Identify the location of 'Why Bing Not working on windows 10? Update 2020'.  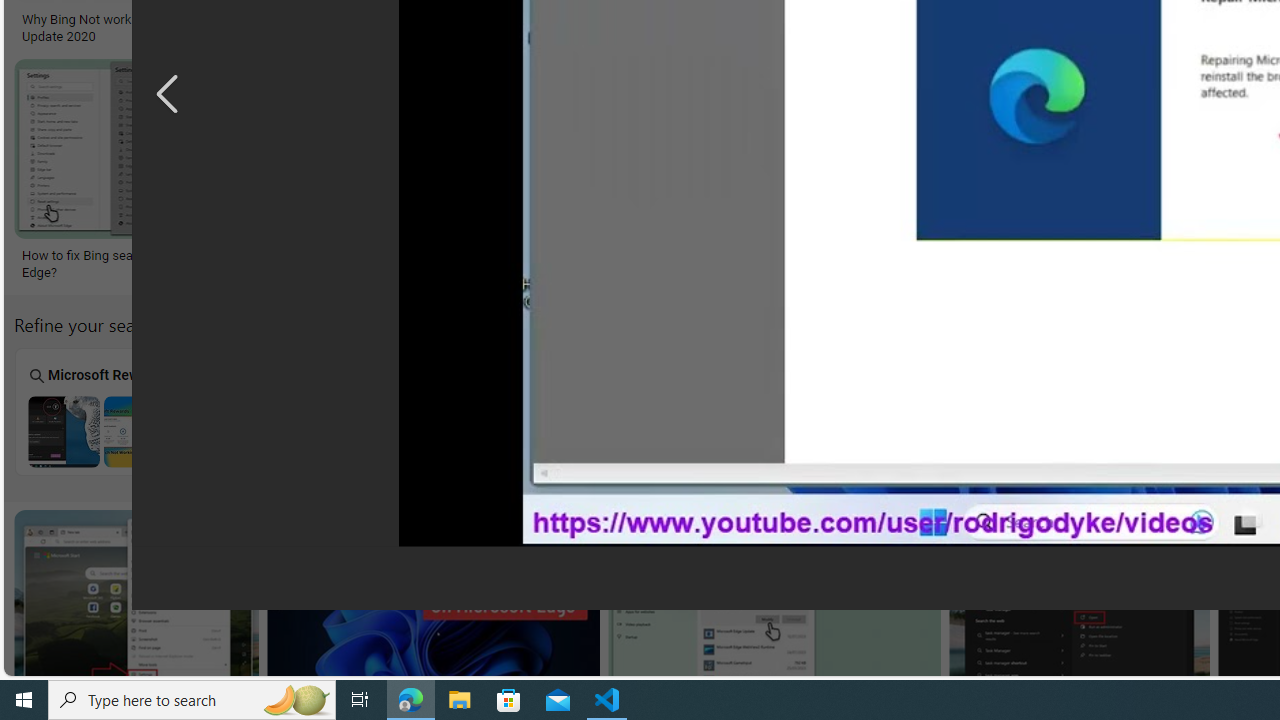
(134, 27).